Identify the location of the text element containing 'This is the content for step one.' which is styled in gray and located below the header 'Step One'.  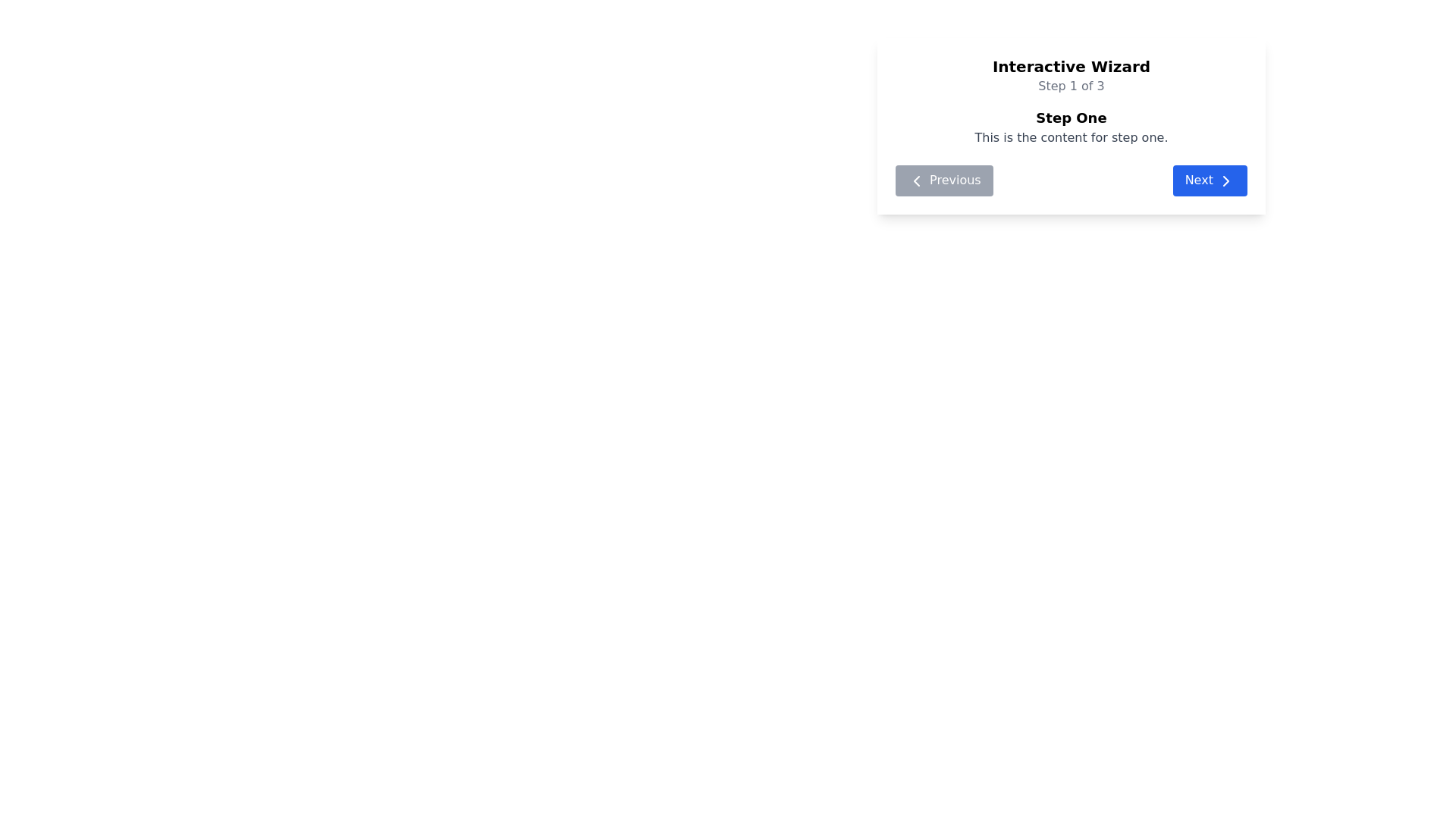
(1070, 137).